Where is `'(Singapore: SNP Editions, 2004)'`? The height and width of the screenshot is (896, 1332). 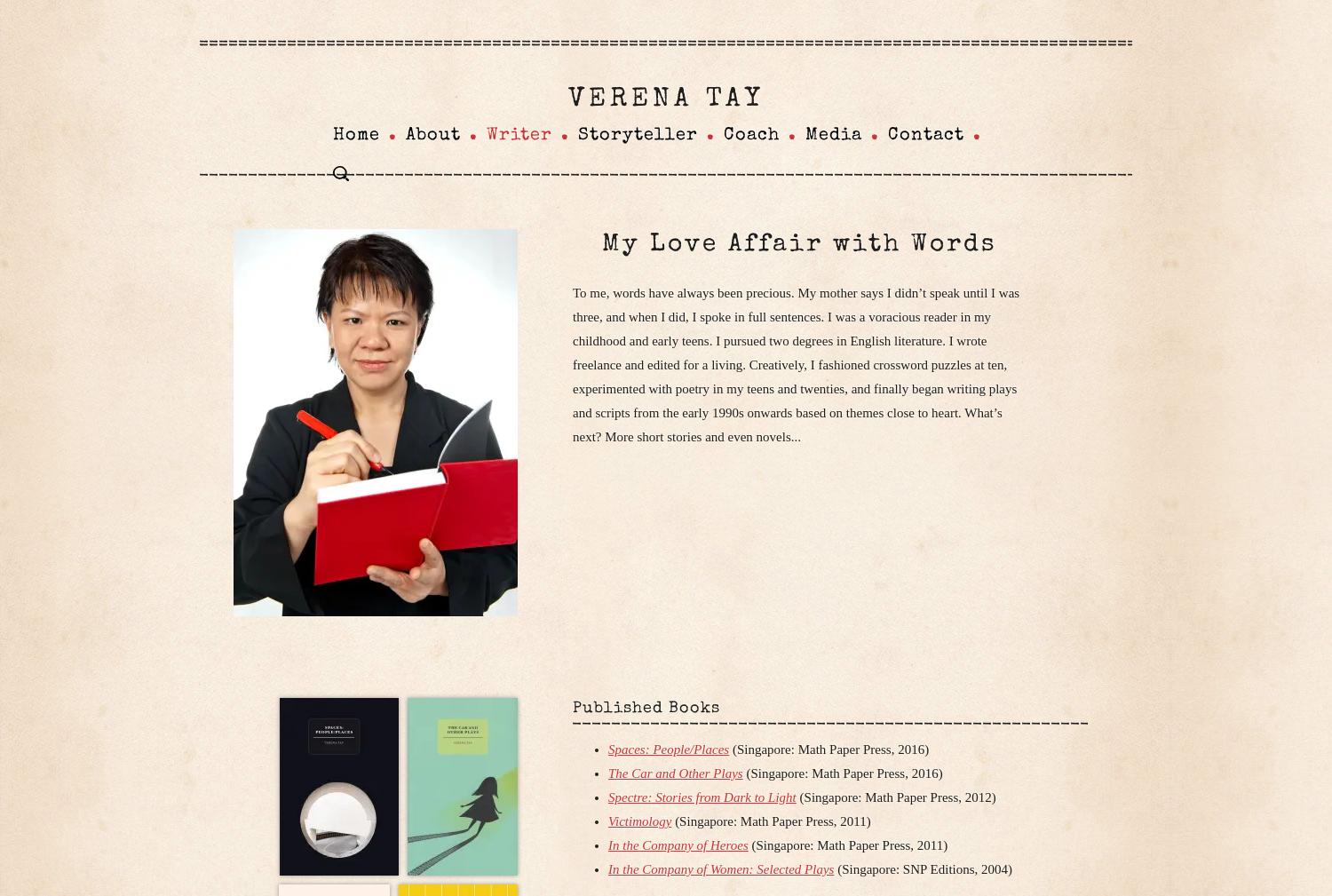
'(Singapore: SNP Editions, 2004)' is located at coordinates (923, 869).